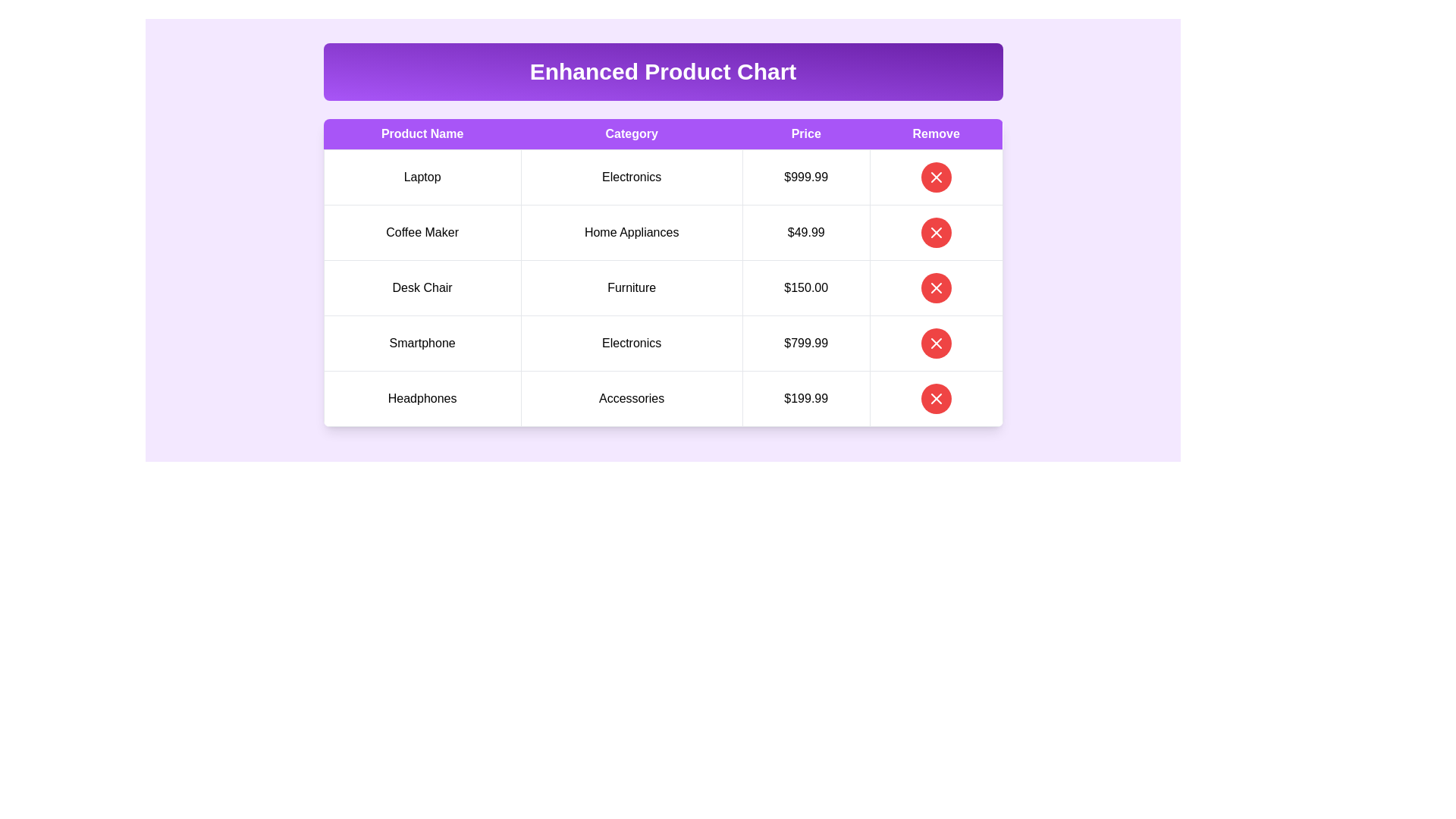 The width and height of the screenshot is (1456, 819). Describe the element at coordinates (632, 288) in the screenshot. I see `the text label that reads 'Furniture' located in the 'Category' column of the 'Desk Chair' row` at that location.